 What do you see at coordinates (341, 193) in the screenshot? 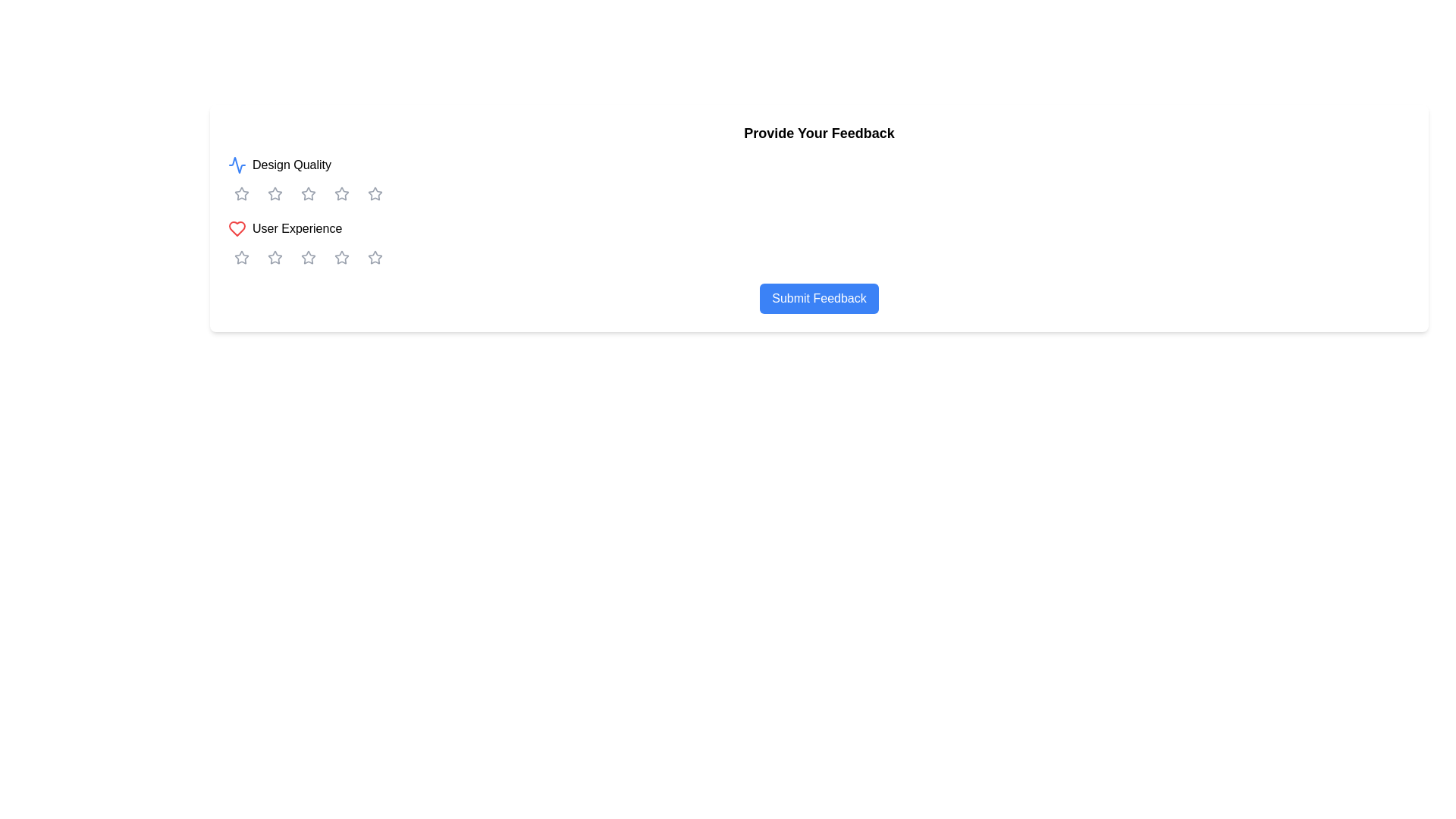
I see `the fourth star in the rating system for 'Design Quality' to assign a rating of 4 out of 5` at bounding box center [341, 193].